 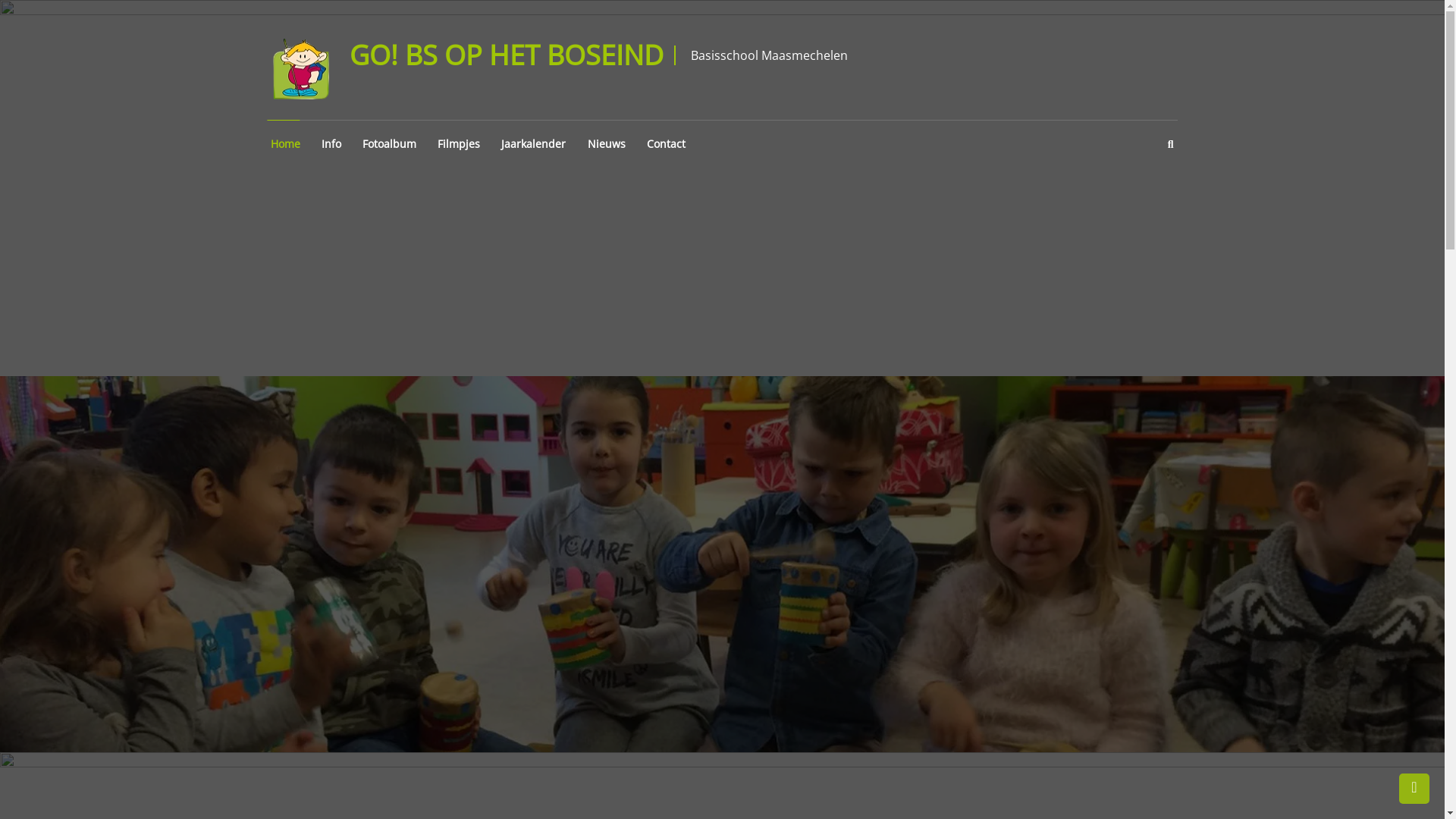 I want to click on 'Info', so click(x=329, y=143).